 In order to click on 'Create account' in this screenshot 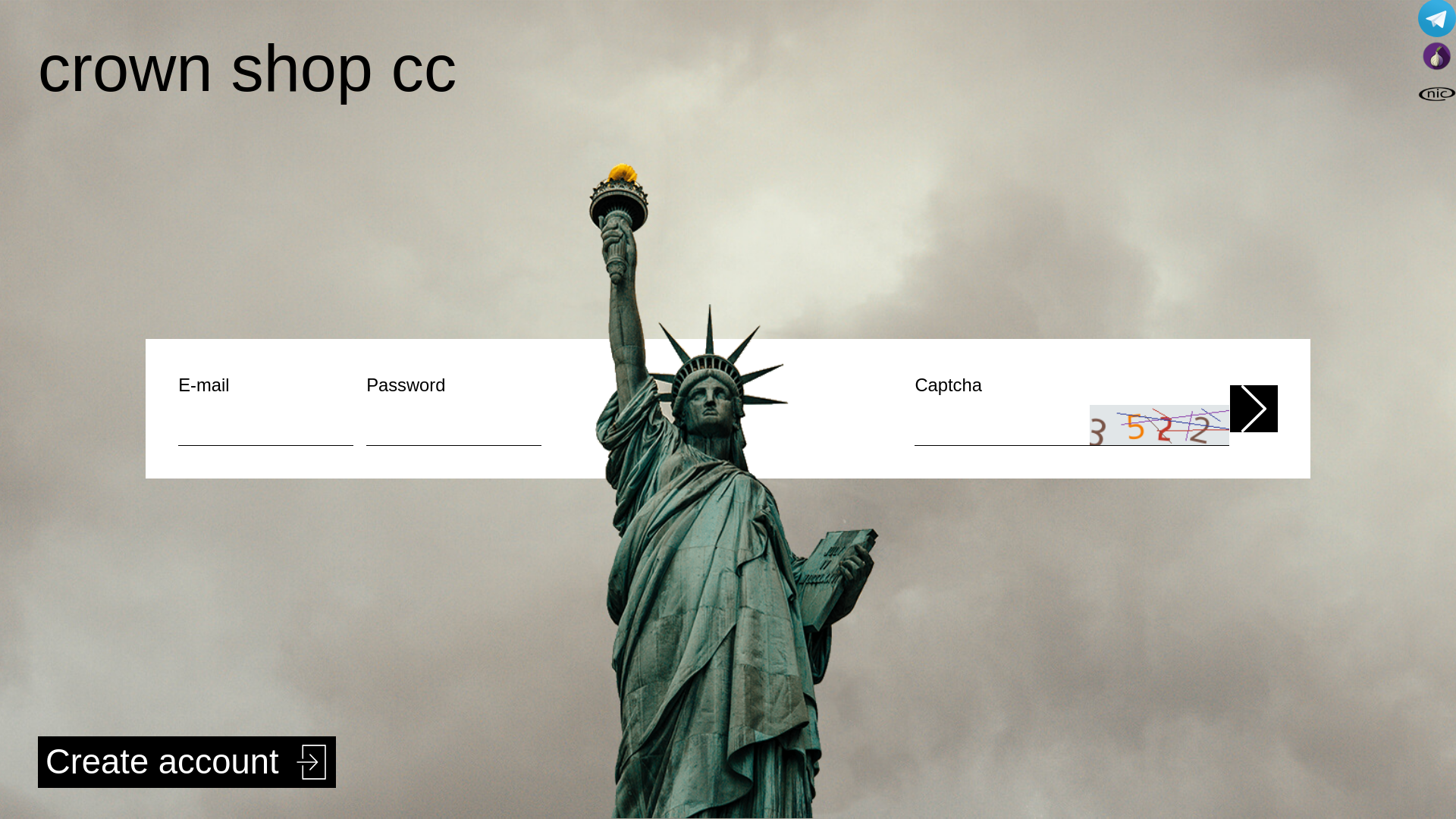, I will do `click(186, 762)`.